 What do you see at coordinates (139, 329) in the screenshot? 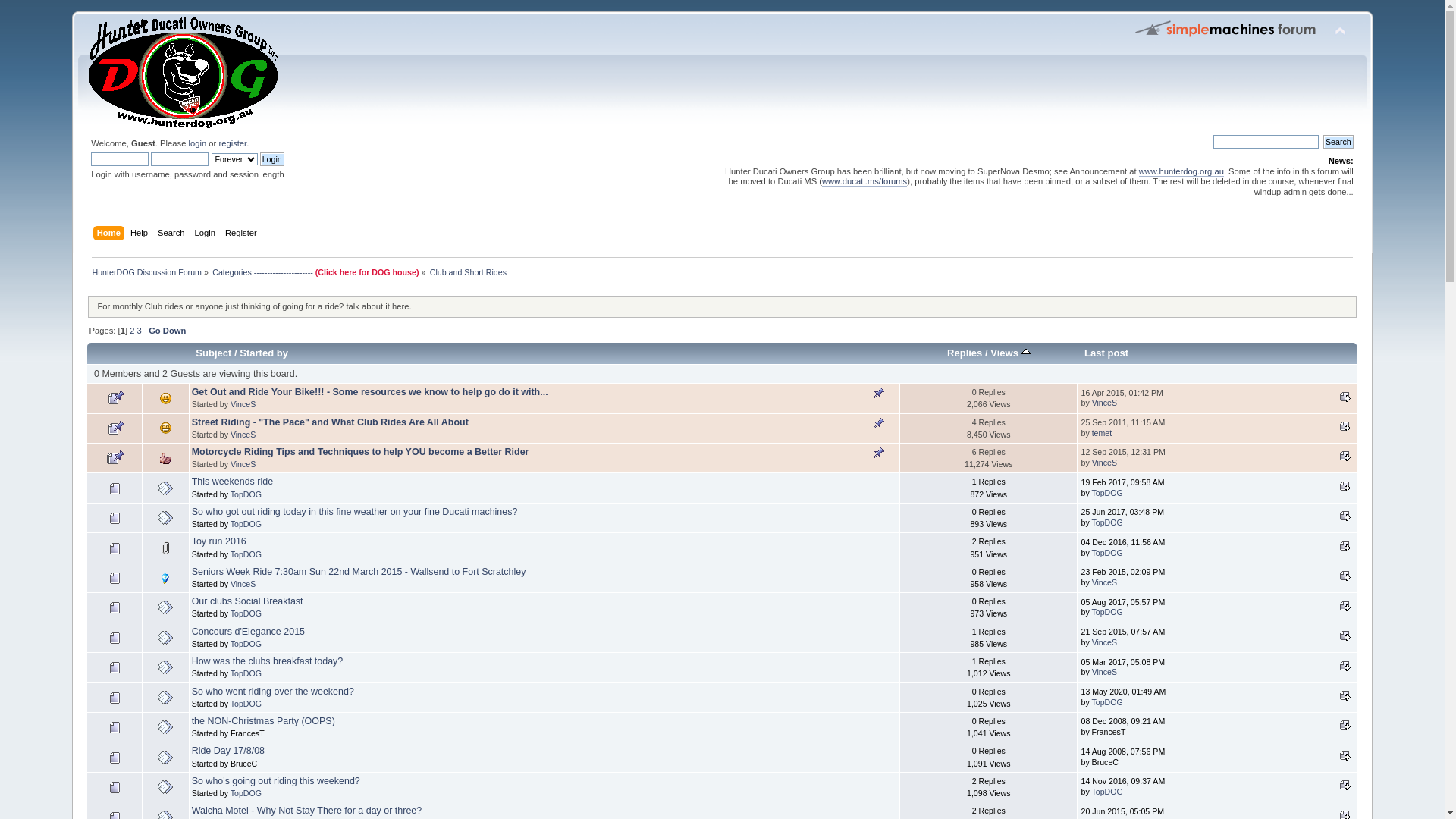
I see `'3'` at bounding box center [139, 329].